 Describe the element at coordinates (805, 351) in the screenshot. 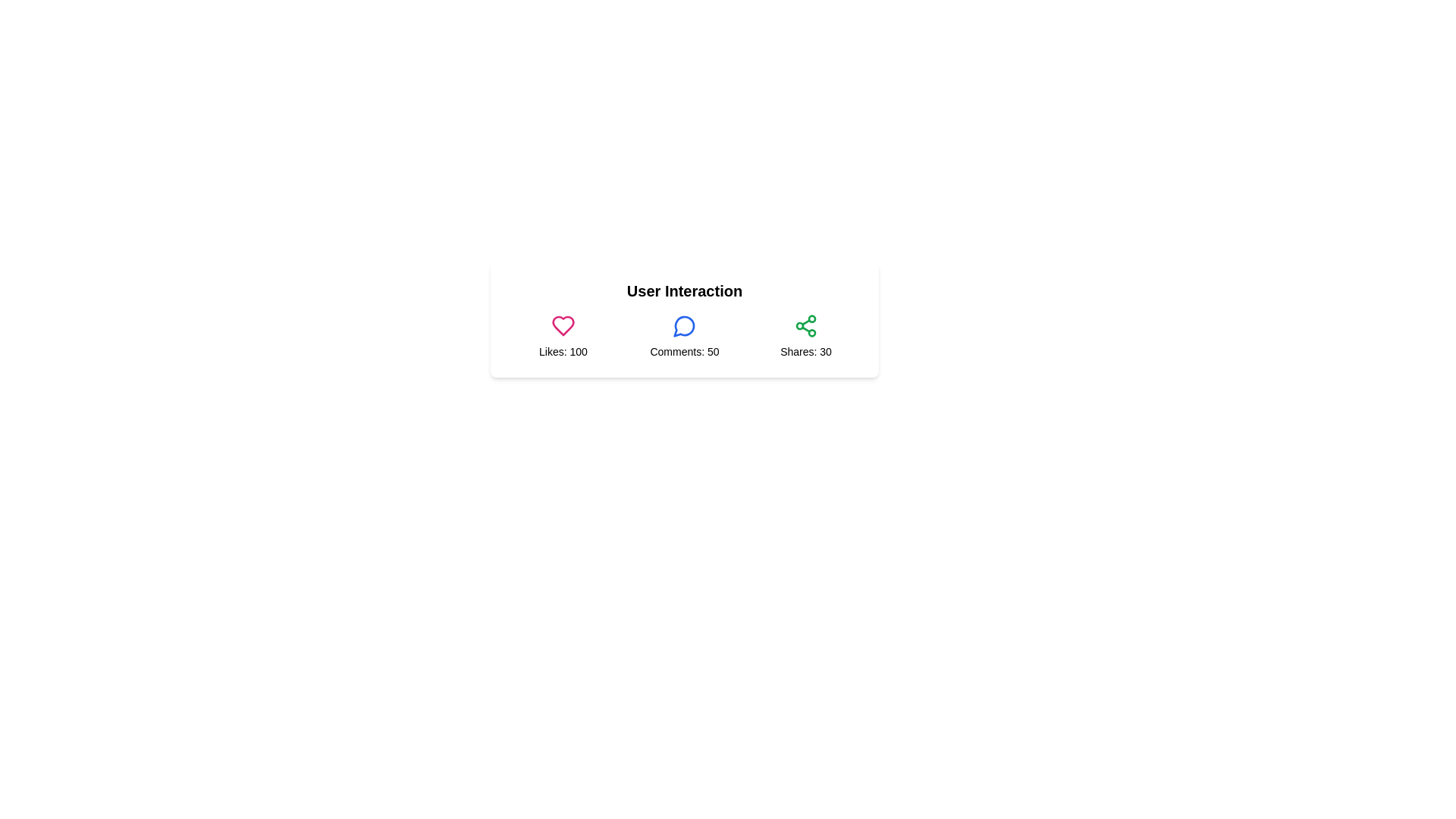

I see `the text label displaying 'Shares: 30', which is positioned at the bottom of the sharing section and aligned with the sharing icon above it` at that location.